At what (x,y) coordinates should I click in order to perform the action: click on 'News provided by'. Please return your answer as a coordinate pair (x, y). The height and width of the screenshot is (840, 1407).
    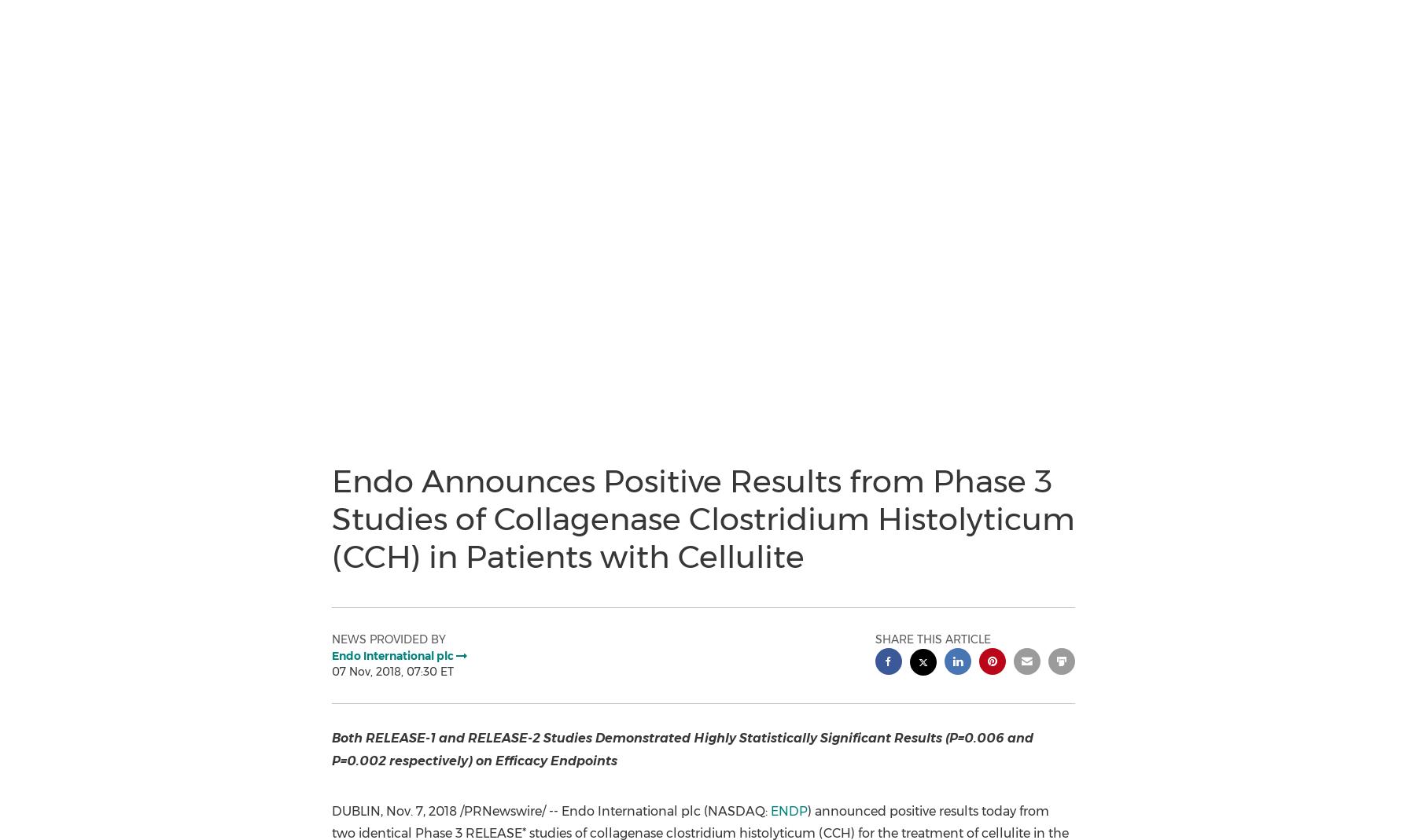
    Looking at the image, I should click on (388, 638).